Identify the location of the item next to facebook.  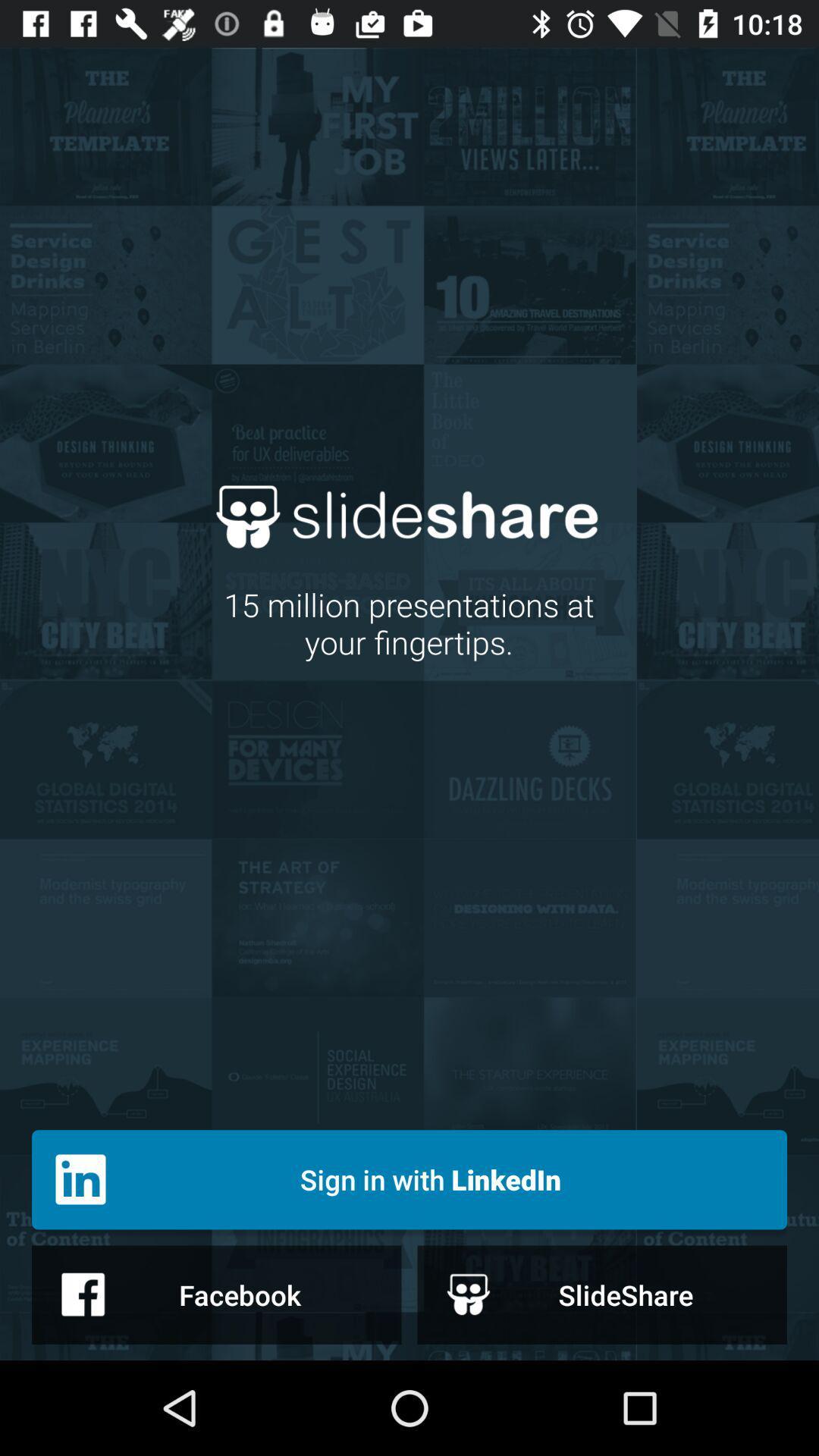
(601, 1294).